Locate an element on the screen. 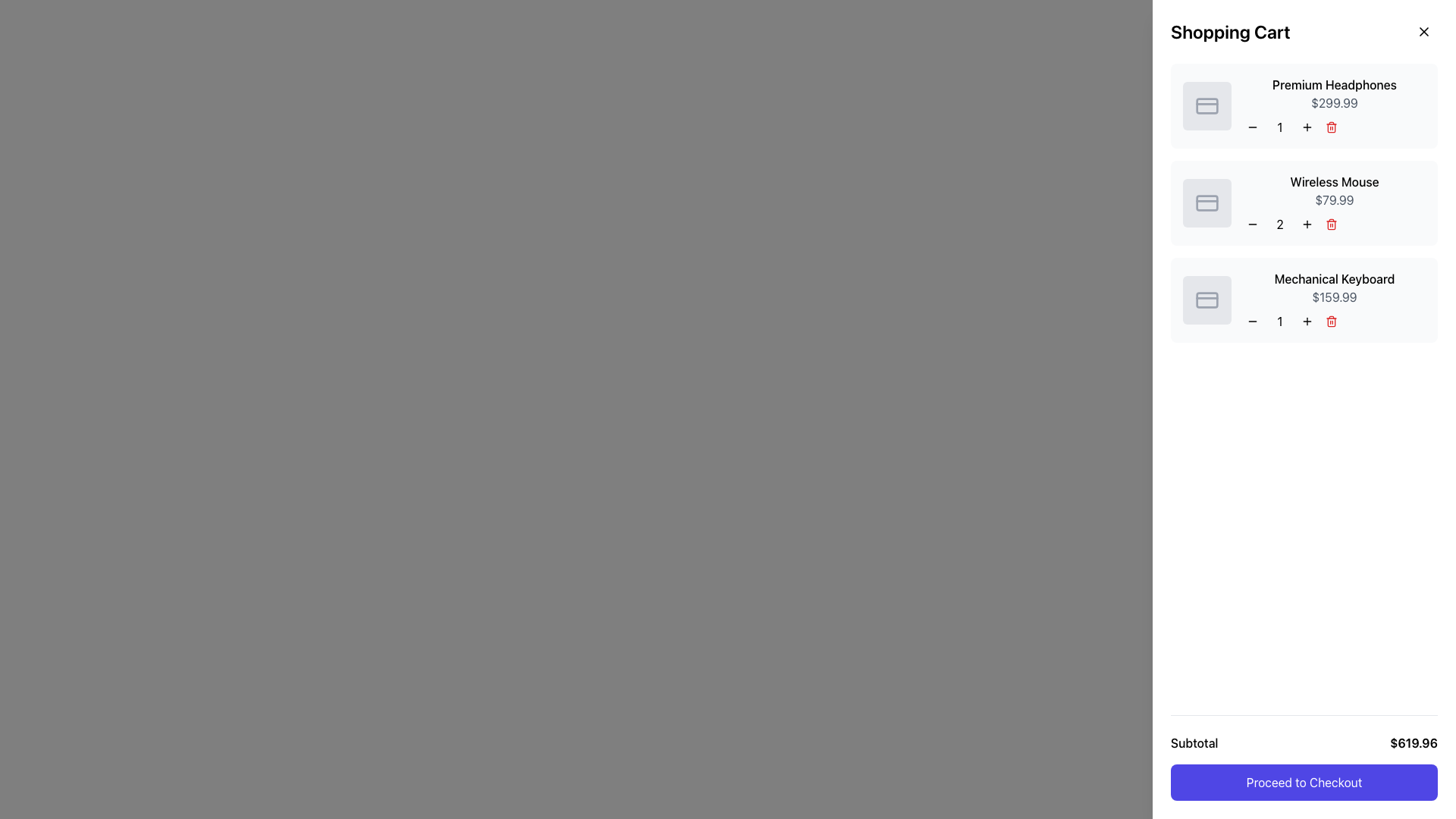 Image resolution: width=1456 pixels, height=819 pixels. the button that increases the quantity of the 'Mechanical Keyboard' item in the shopping cart is located at coordinates (1306, 321).